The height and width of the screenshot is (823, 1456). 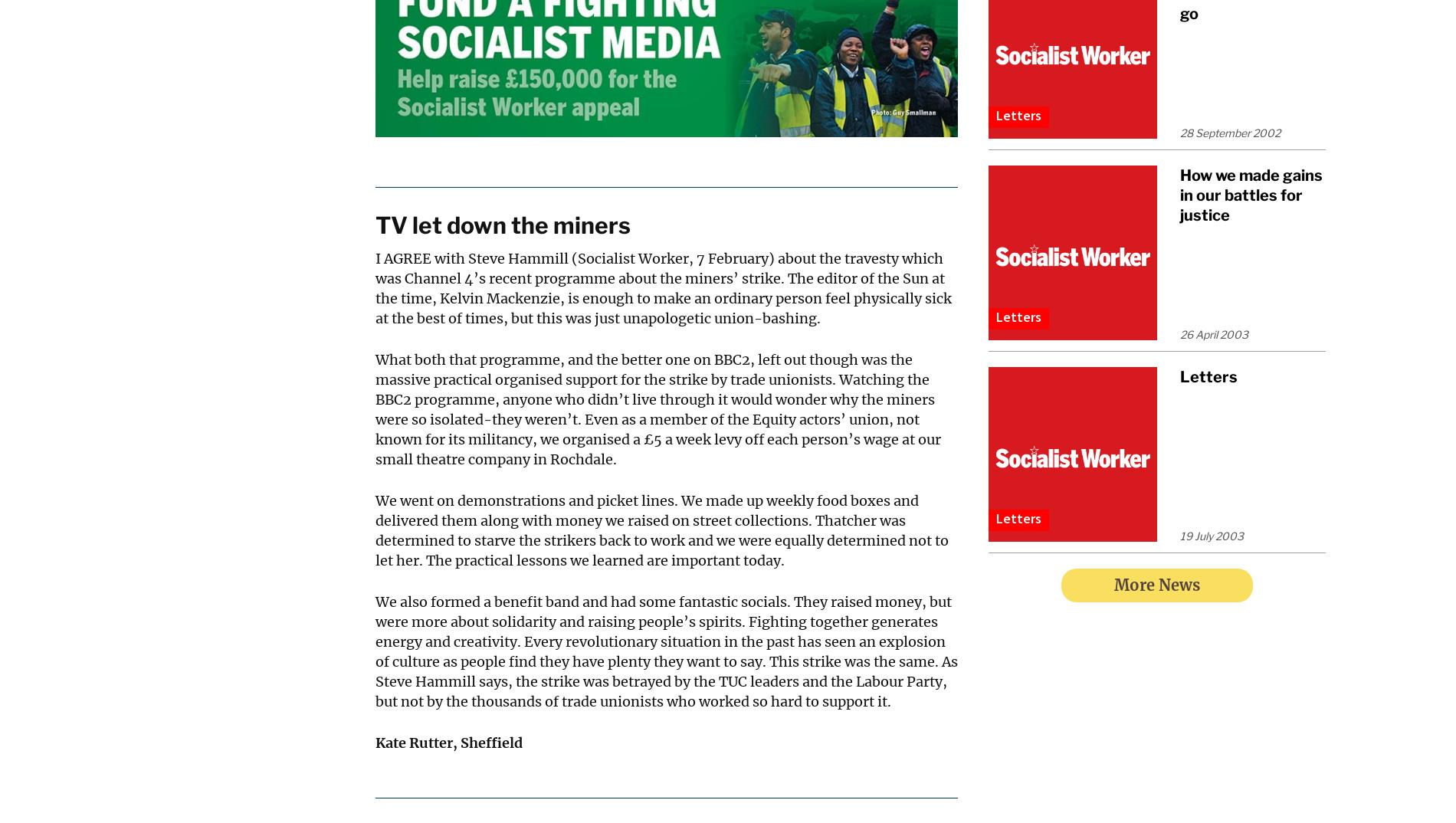 What do you see at coordinates (1230, 133) in the screenshot?
I see `'28 September 2002'` at bounding box center [1230, 133].